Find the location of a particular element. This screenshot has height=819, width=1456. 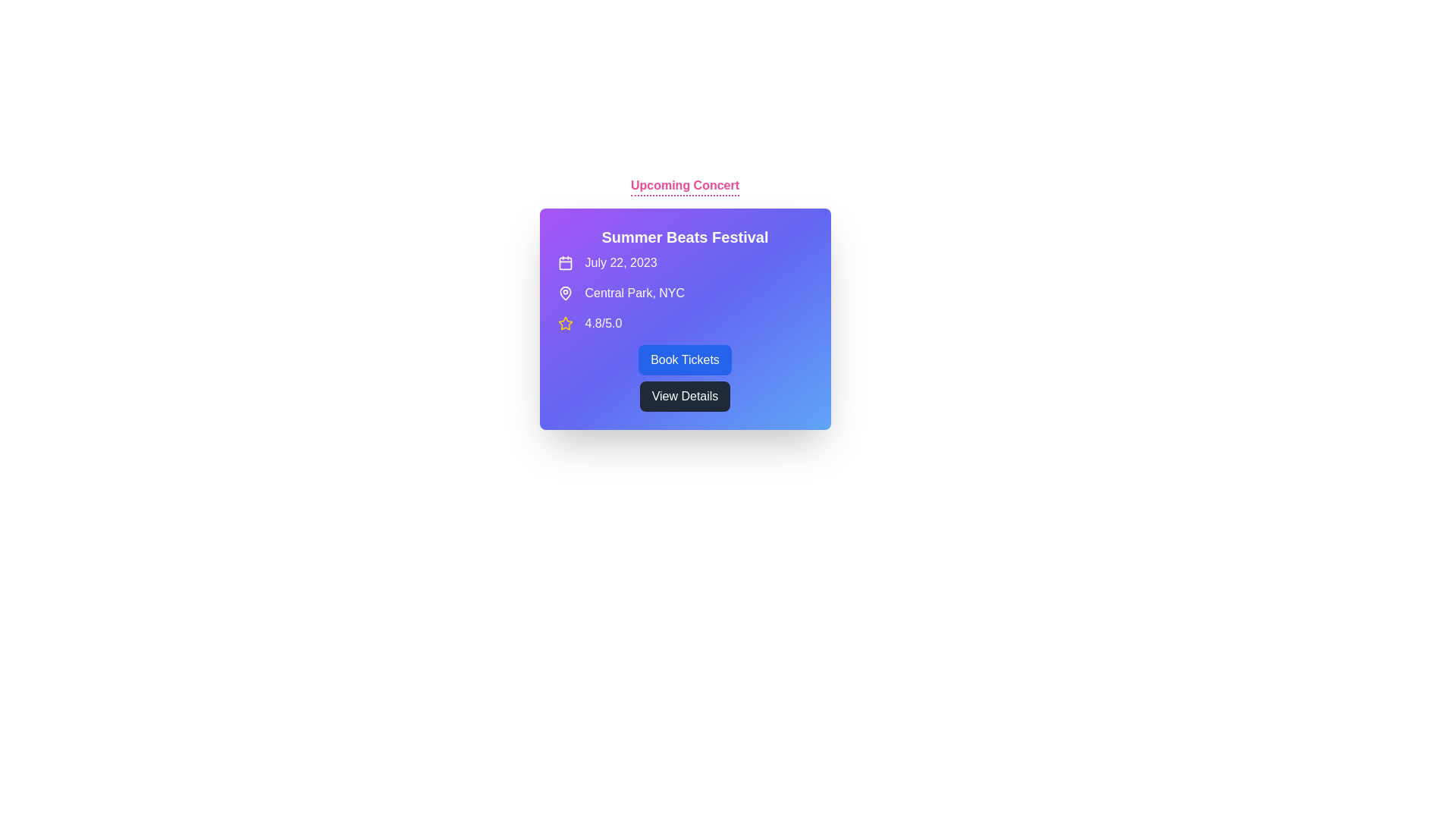

the 'Upcoming Concert' text label is located at coordinates (684, 186).